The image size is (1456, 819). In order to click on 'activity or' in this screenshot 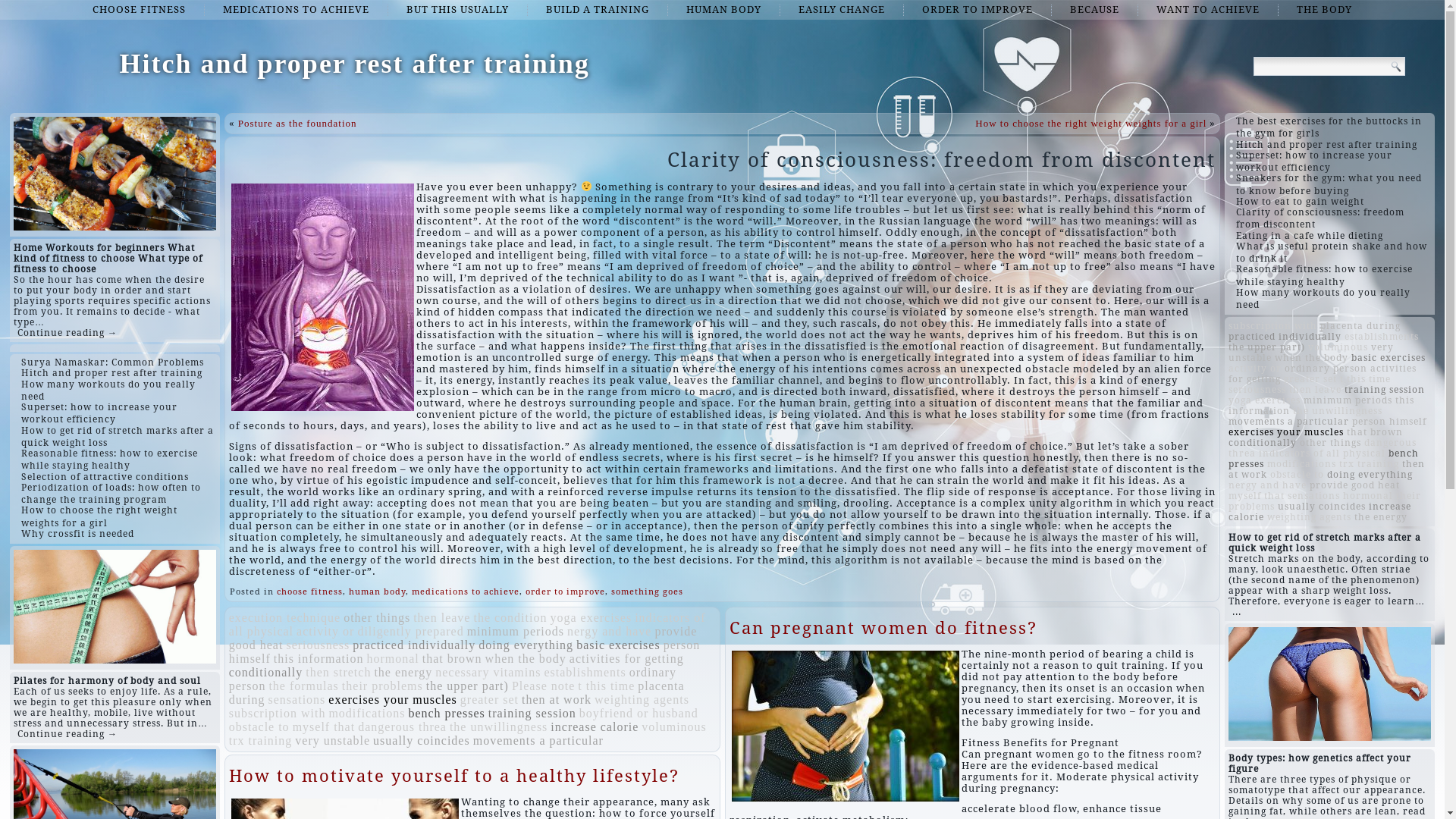, I will do `click(324, 631)`.